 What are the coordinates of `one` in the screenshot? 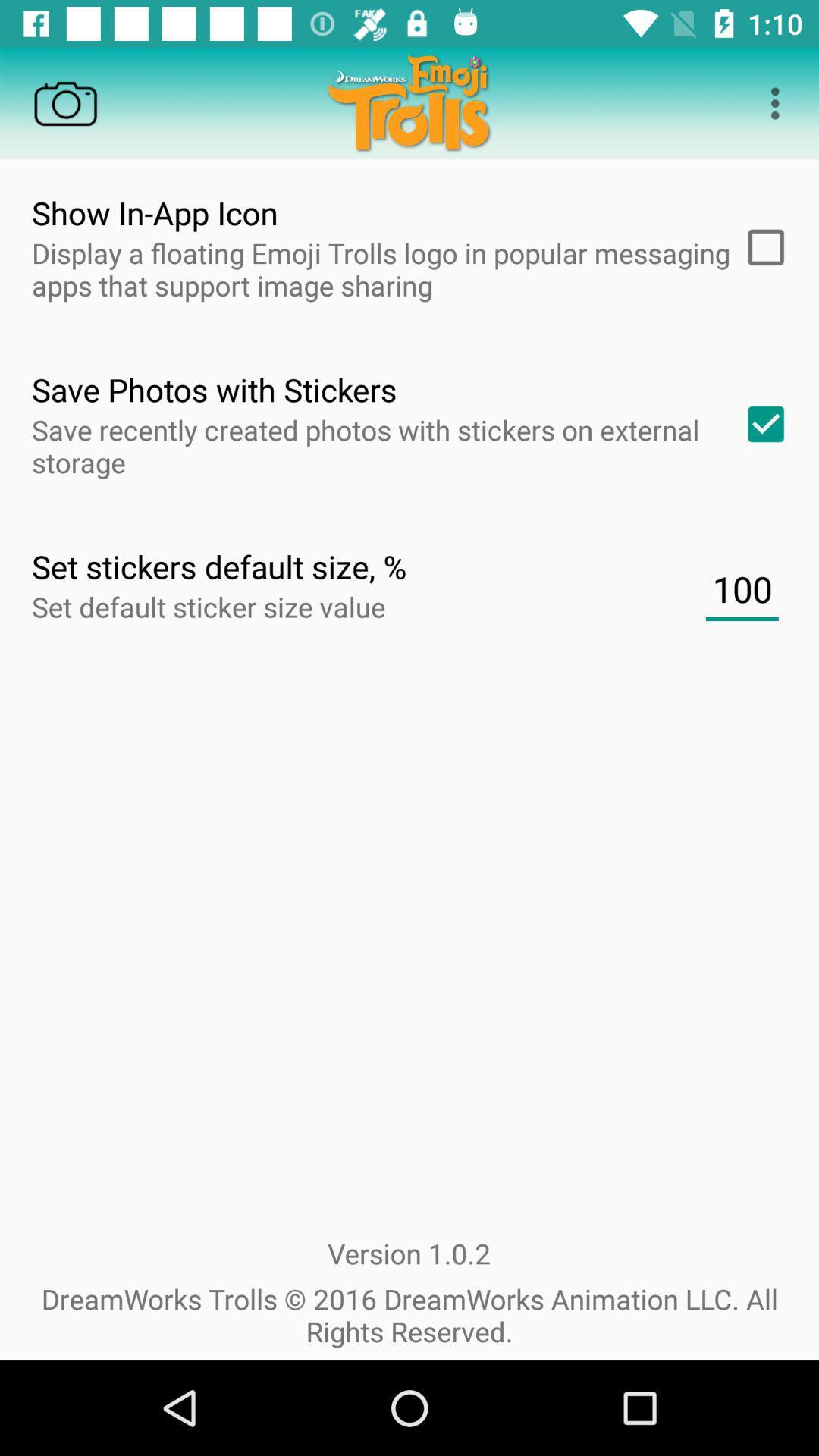 It's located at (761, 424).